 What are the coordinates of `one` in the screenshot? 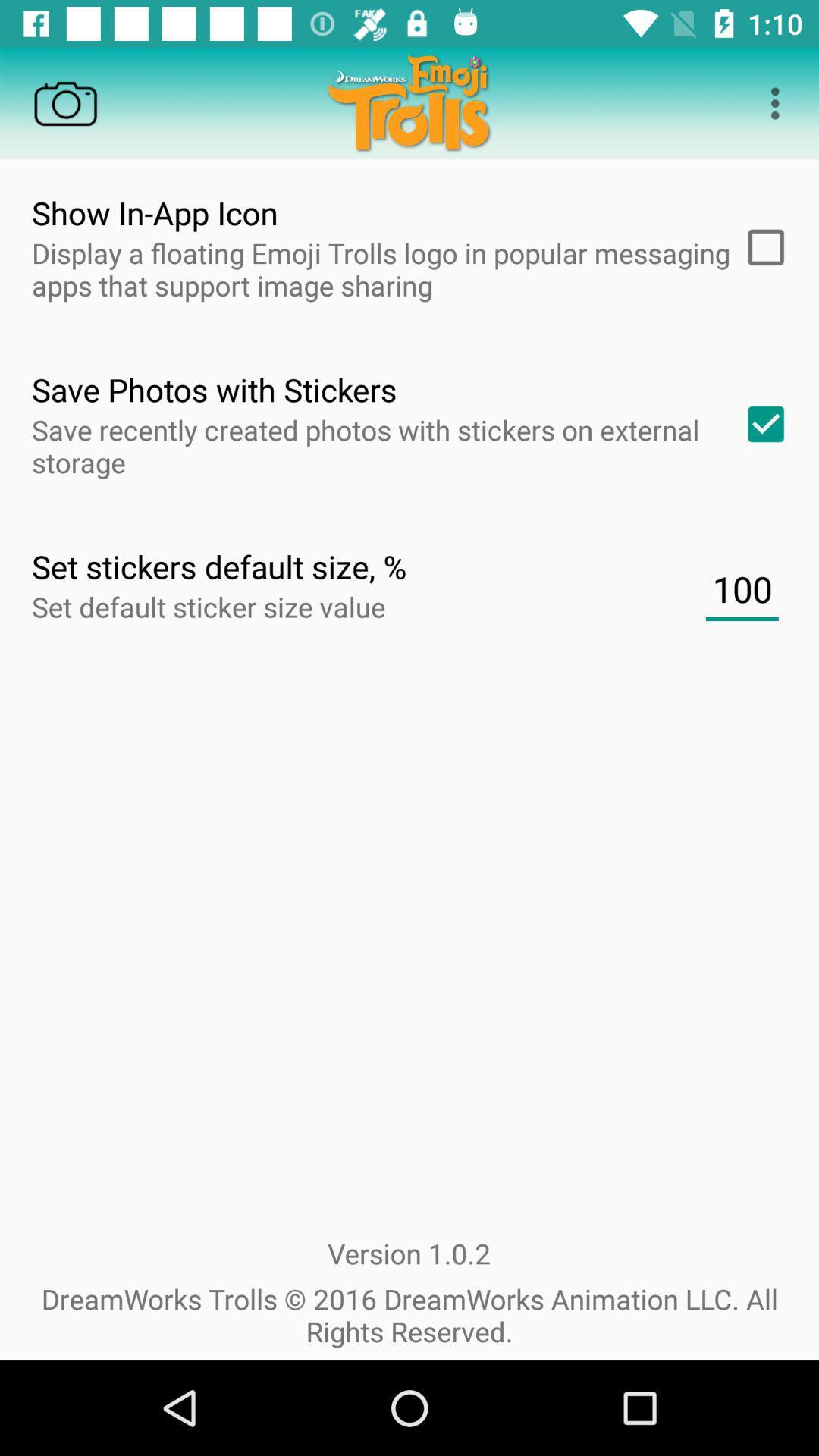 It's located at (761, 424).